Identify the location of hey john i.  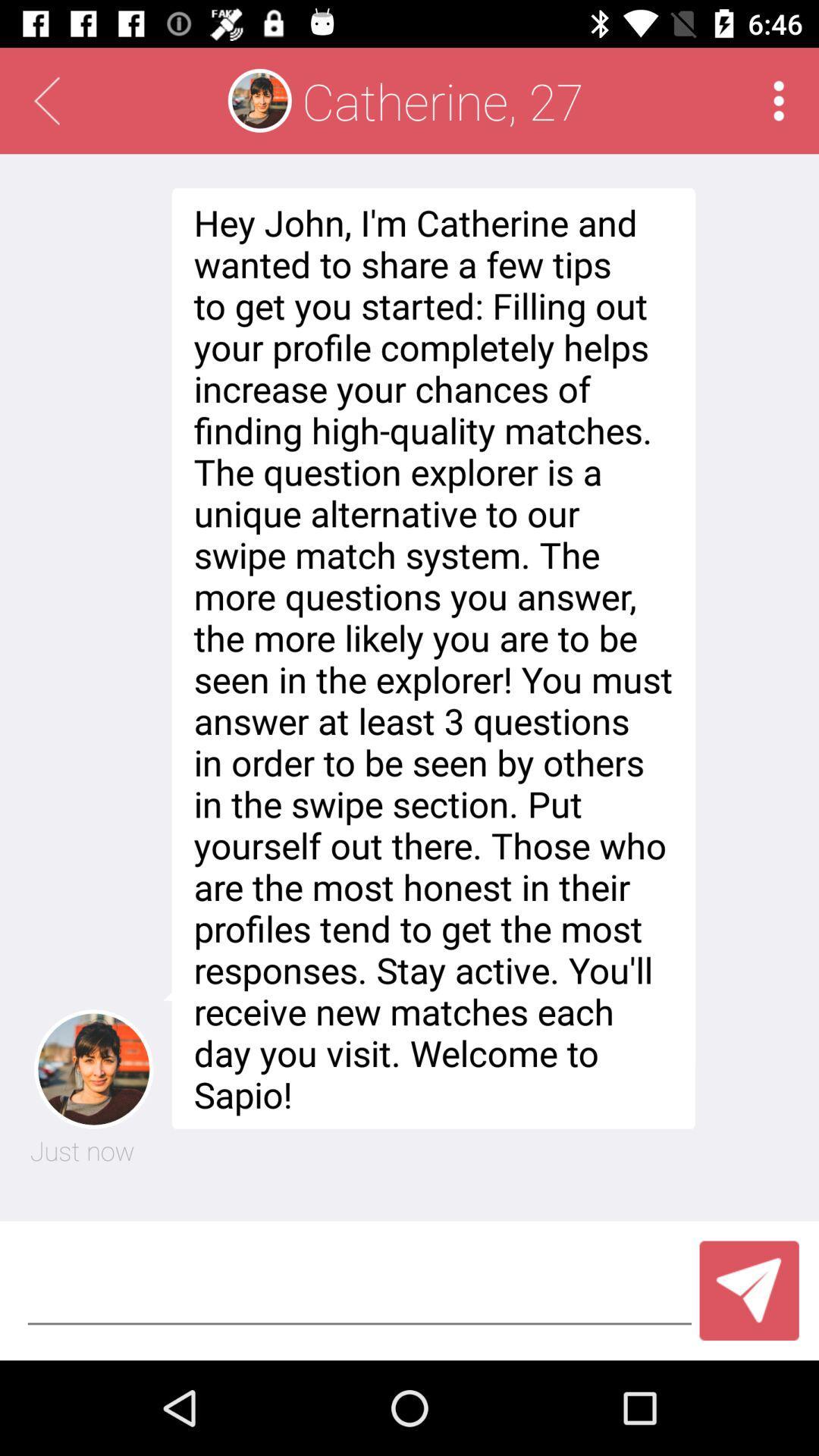
(429, 658).